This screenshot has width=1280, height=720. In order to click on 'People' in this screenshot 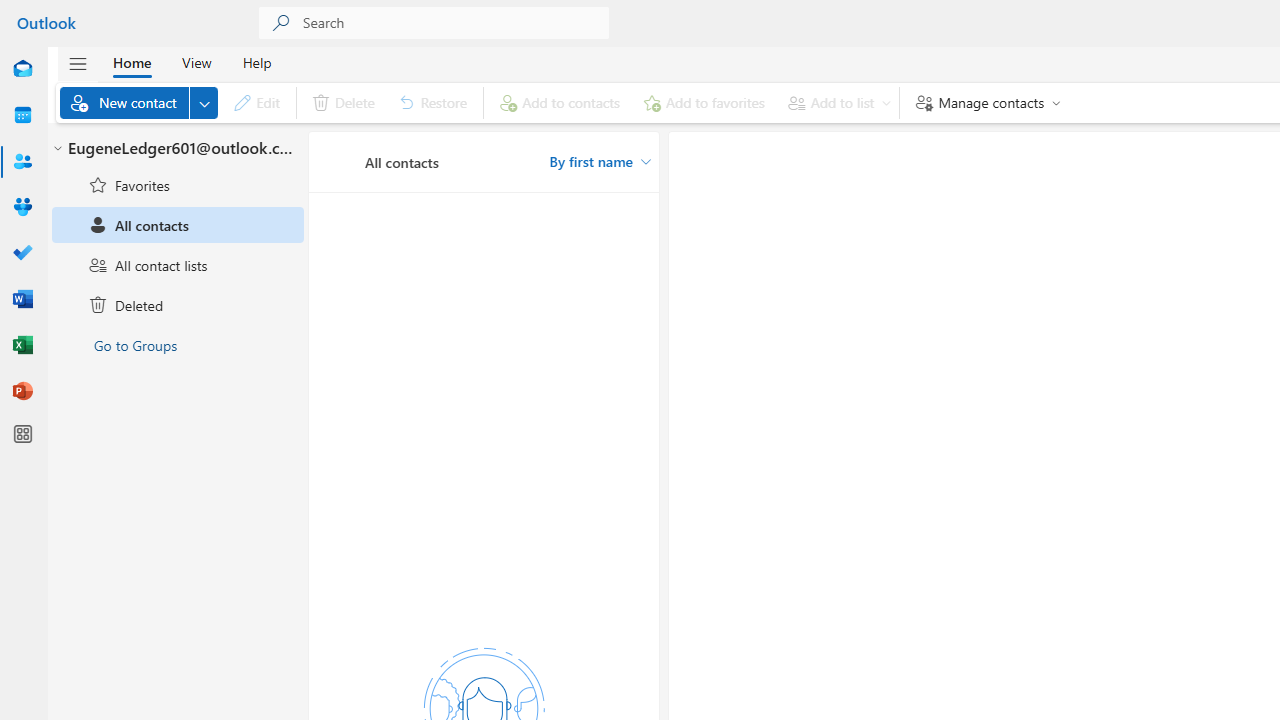, I will do `click(23, 161)`.